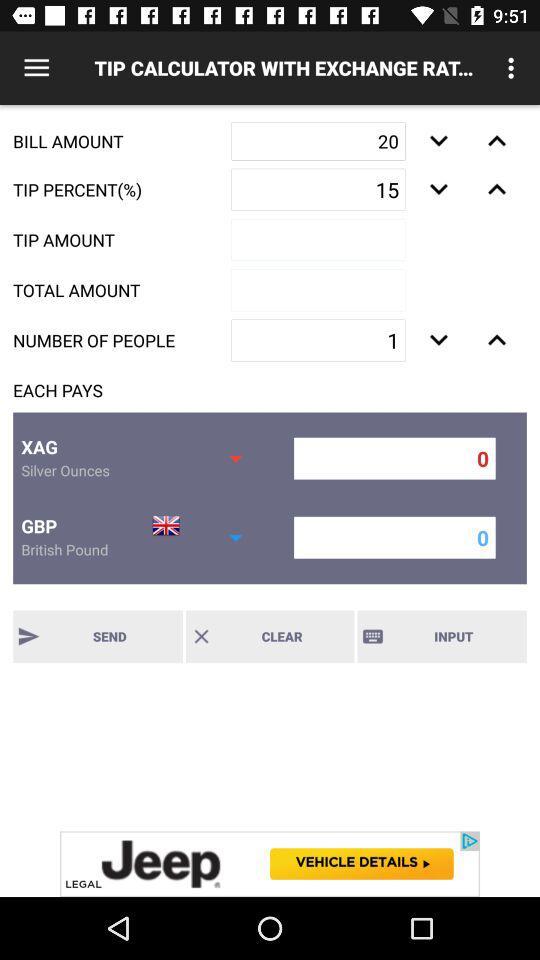  I want to click on the expand_less icon, so click(496, 189).